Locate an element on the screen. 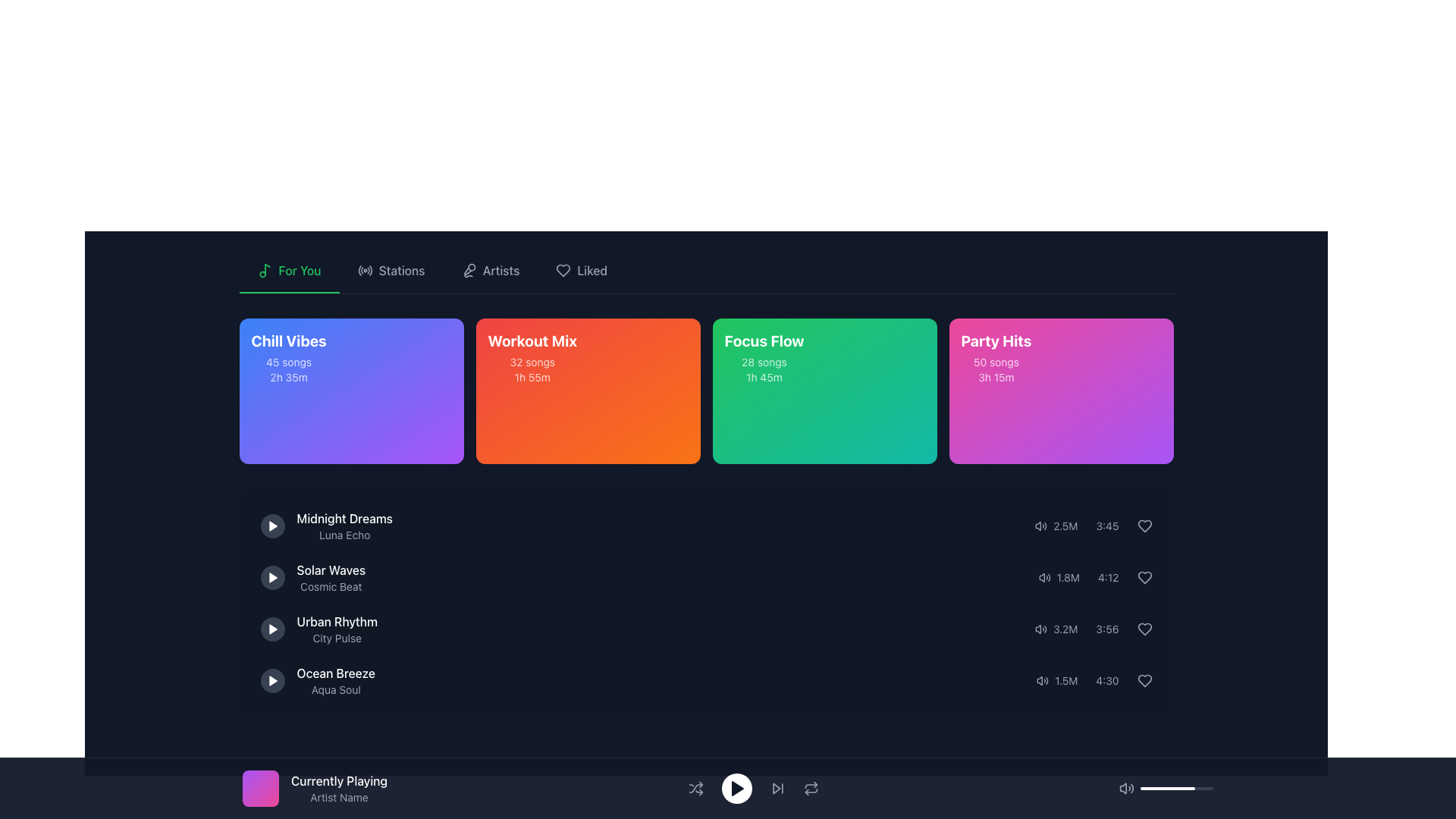 This screenshot has width=1456, height=819. the 'Focus Flow' playlist text block, which is the third card in the playlist grid, located between 'Workout Mix' and 'Party Hits' is located at coordinates (764, 357).